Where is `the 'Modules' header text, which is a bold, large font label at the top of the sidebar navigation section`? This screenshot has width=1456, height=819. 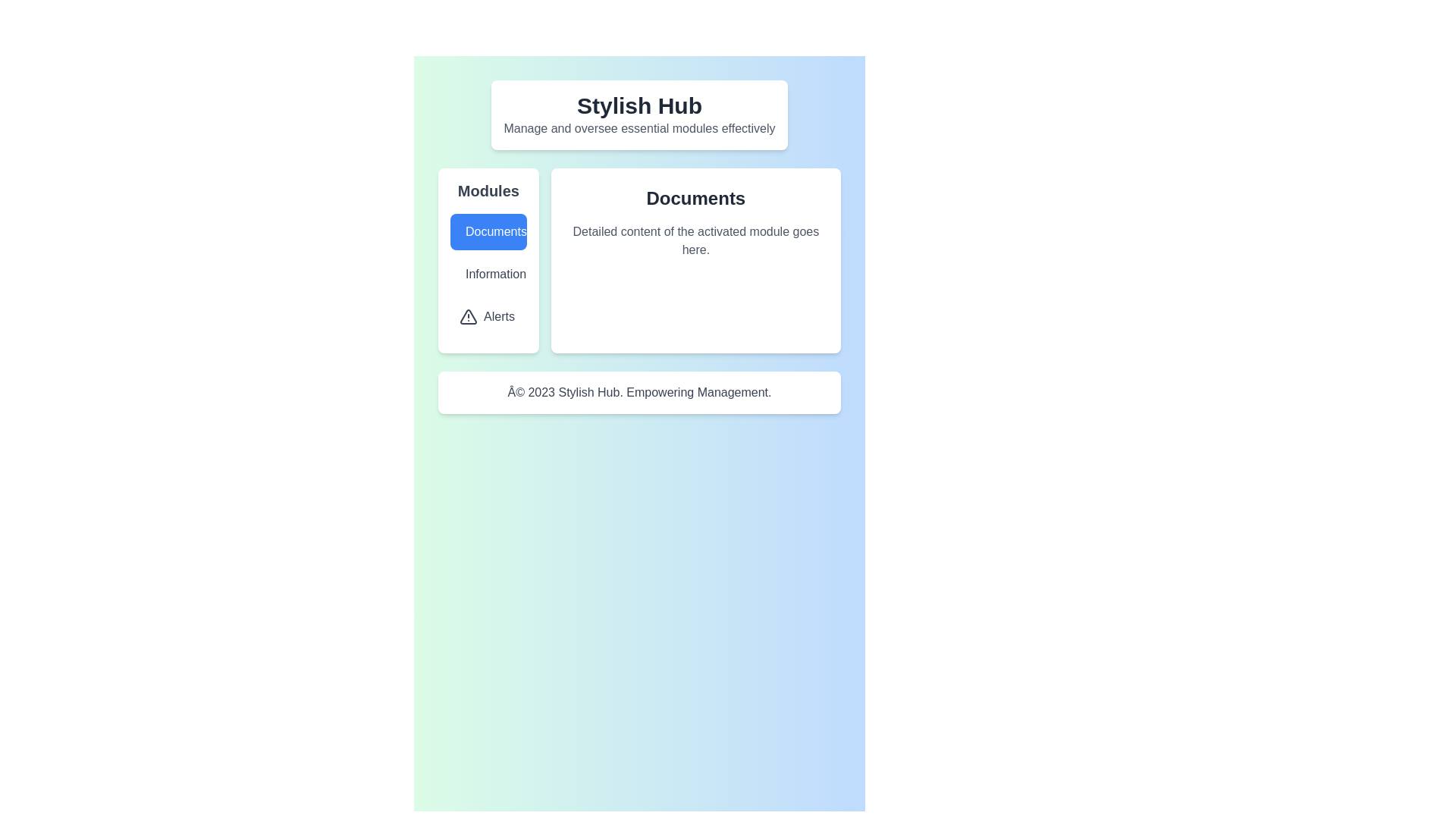 the 'Modules' header text, which is a bold, large font label at the top of the sidebar navigation section is located at coordinates (488, 190).